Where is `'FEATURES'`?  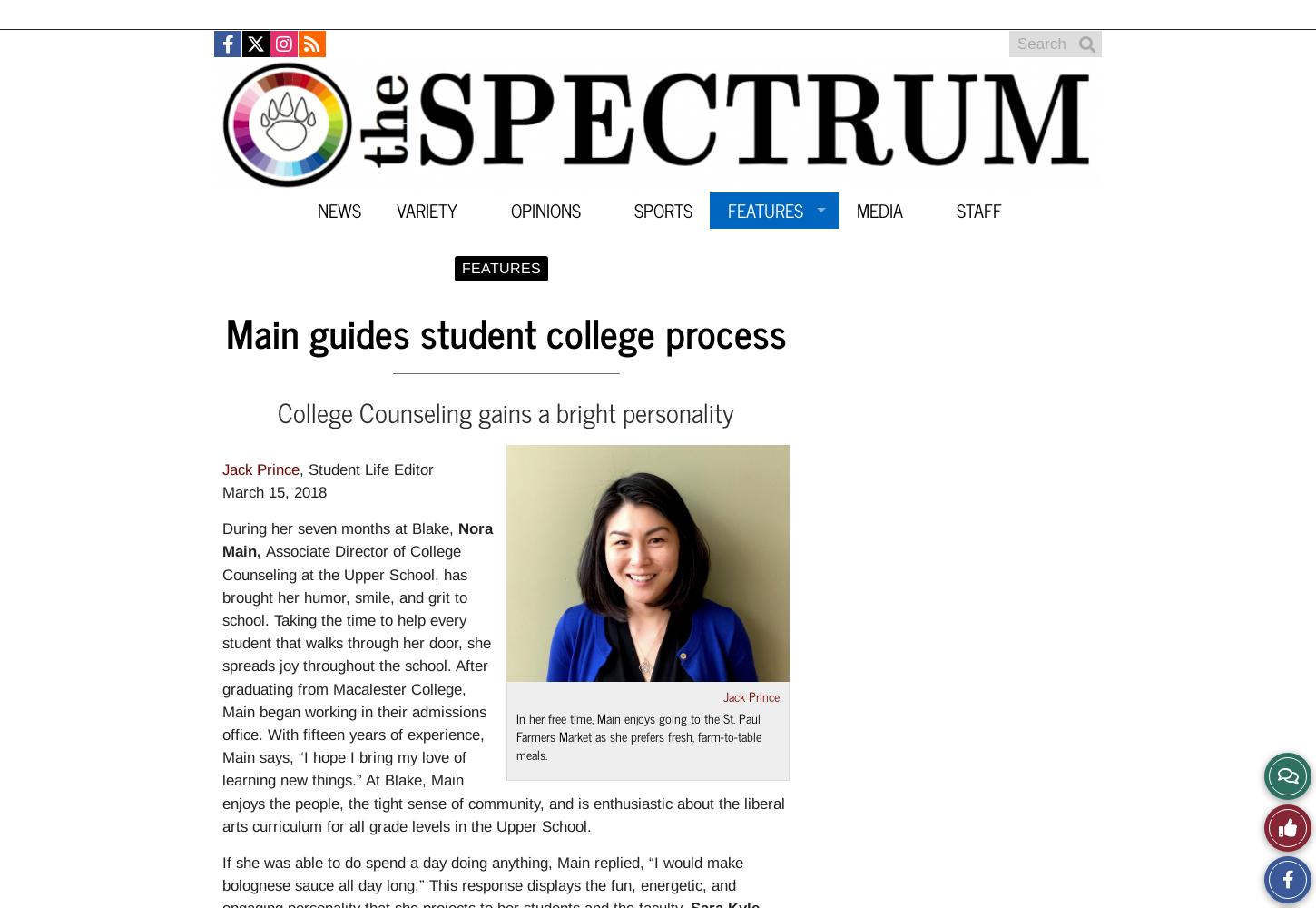 'FEATURES' is located at coordinates (501, 268).